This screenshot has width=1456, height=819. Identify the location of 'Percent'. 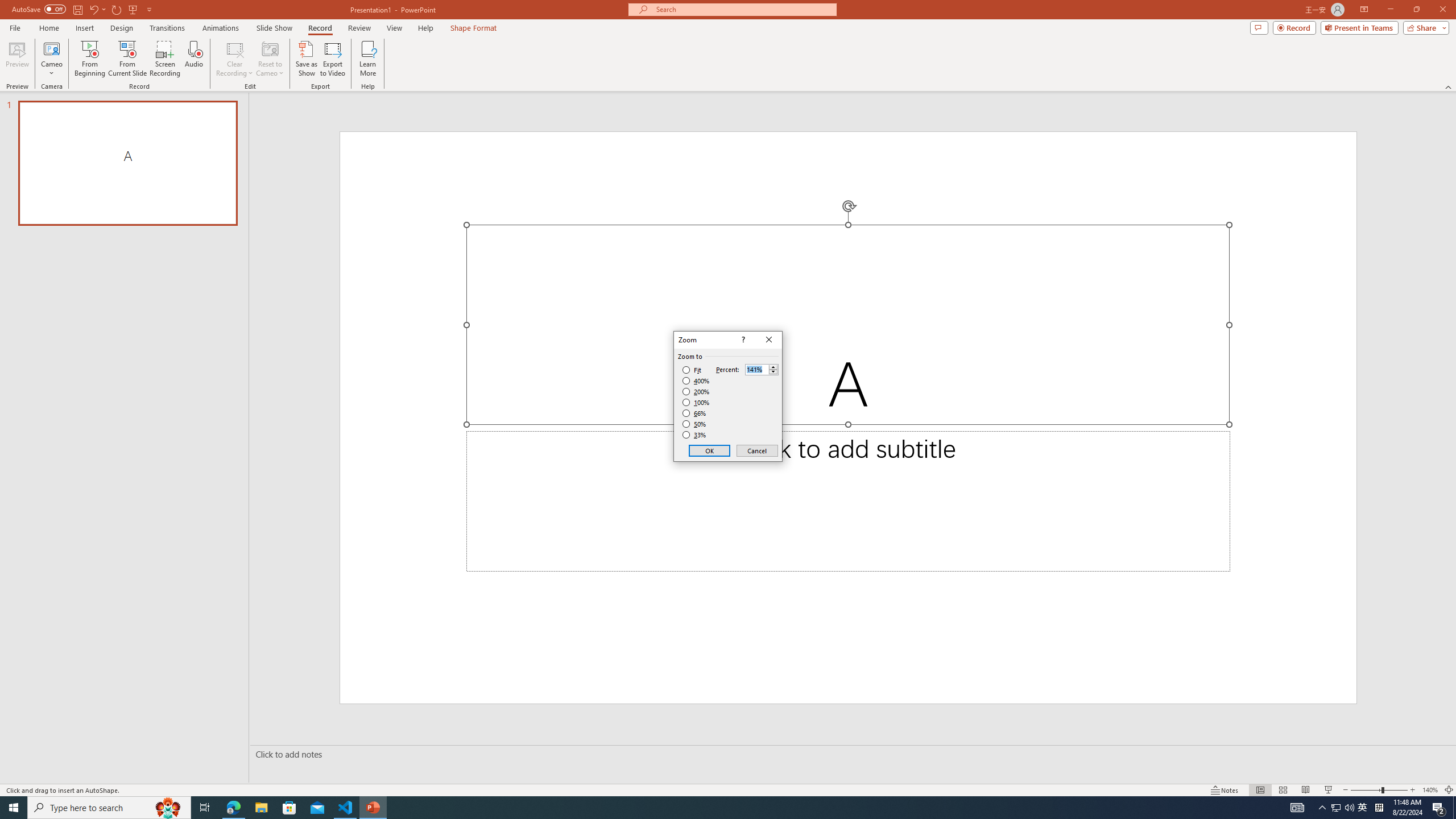
(756, 370).